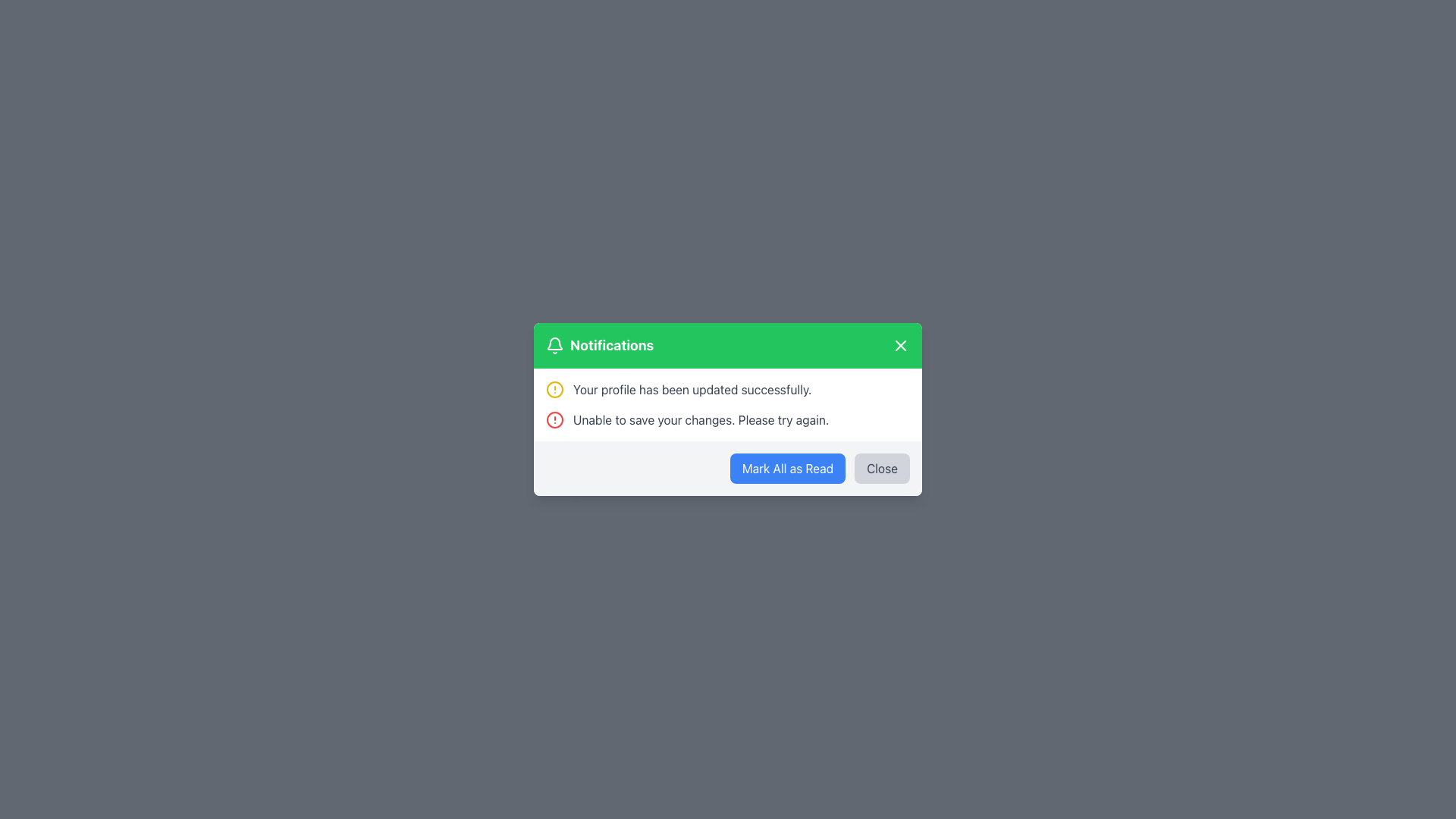 The width and height of the screenshot is (1456, 819). What do you see at coordinates (554, 344) in the screenshot?
I see `the notification icon located at the top-left corner of the green header bar in the notification modal, which is immediately to the left of the text 'Notifications'` at bounding box center [554, 344].